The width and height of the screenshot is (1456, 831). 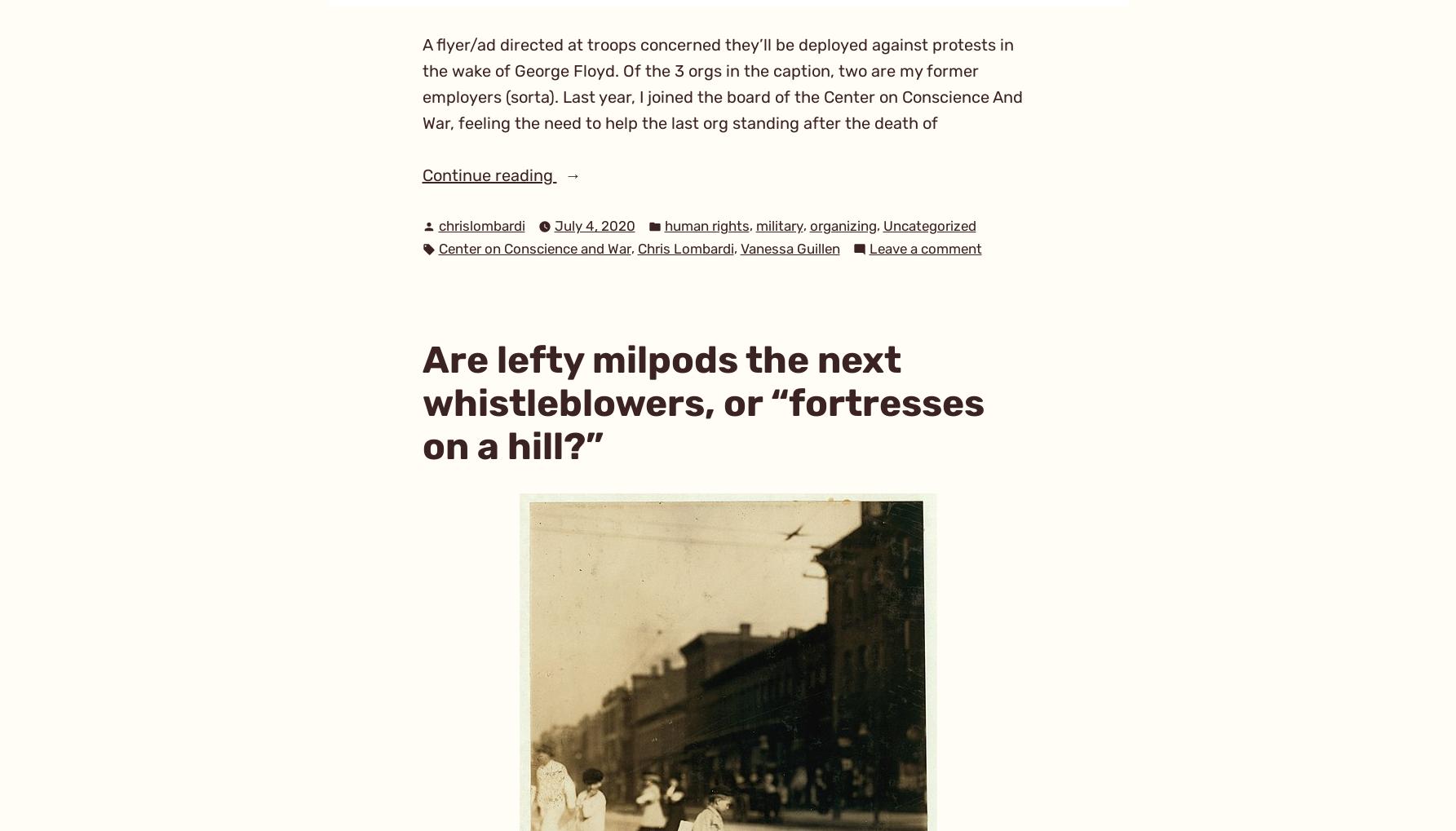 What do you see at coordinates (702, 401) in the screenshot?
I see `'Are lefty milpods the next  whistleblowers, or “fortresses on a hill?”'` at bounding box center [702, 401].